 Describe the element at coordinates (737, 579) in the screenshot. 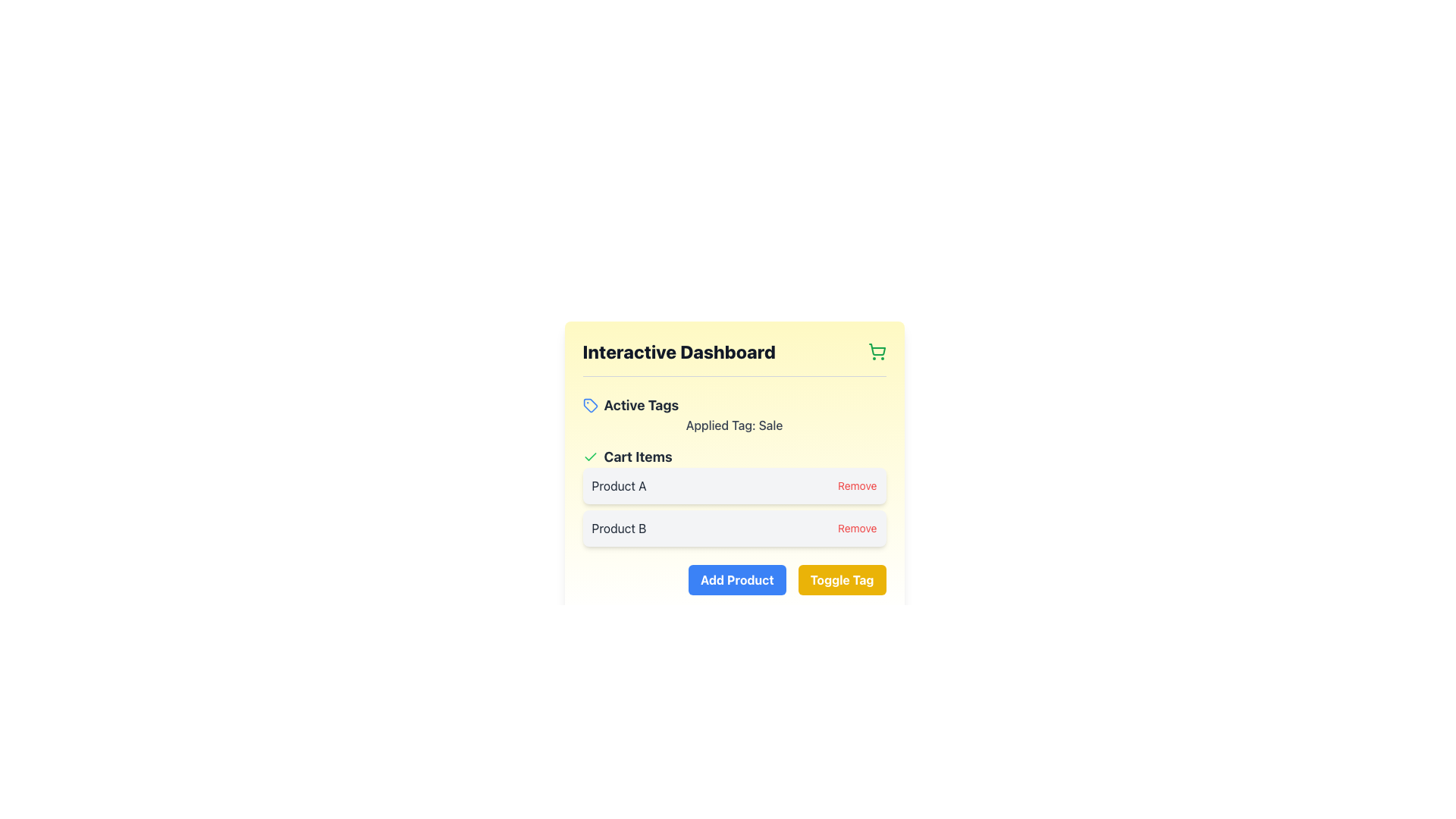

I see `the 'Add Product' button, which is styled with a blue background and white text` at that location.